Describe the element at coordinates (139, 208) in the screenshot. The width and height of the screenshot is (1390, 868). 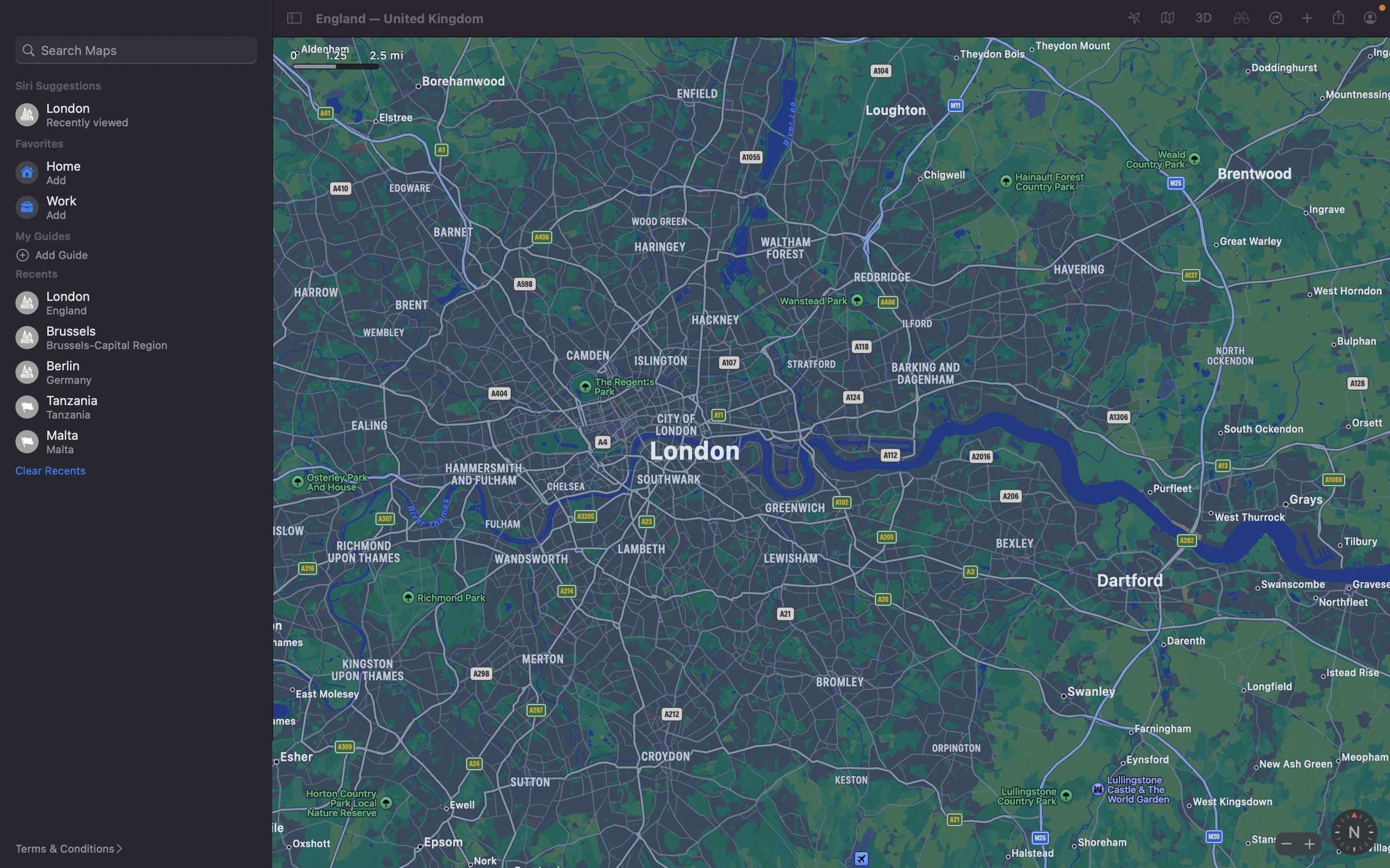
I see `Add a new work location` at that location.